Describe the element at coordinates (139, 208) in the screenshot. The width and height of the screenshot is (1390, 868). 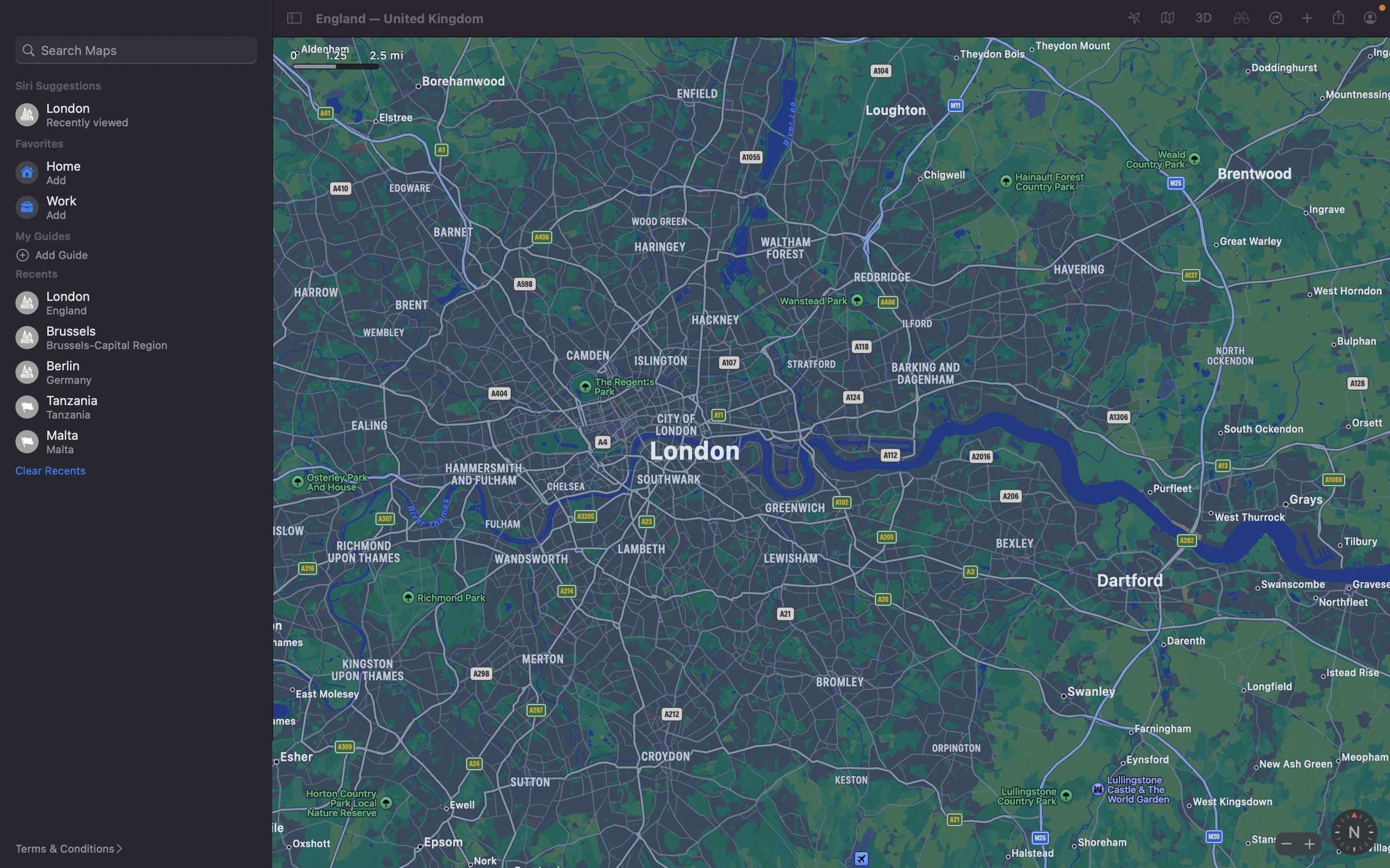
I see `Add a new work location` at that location.